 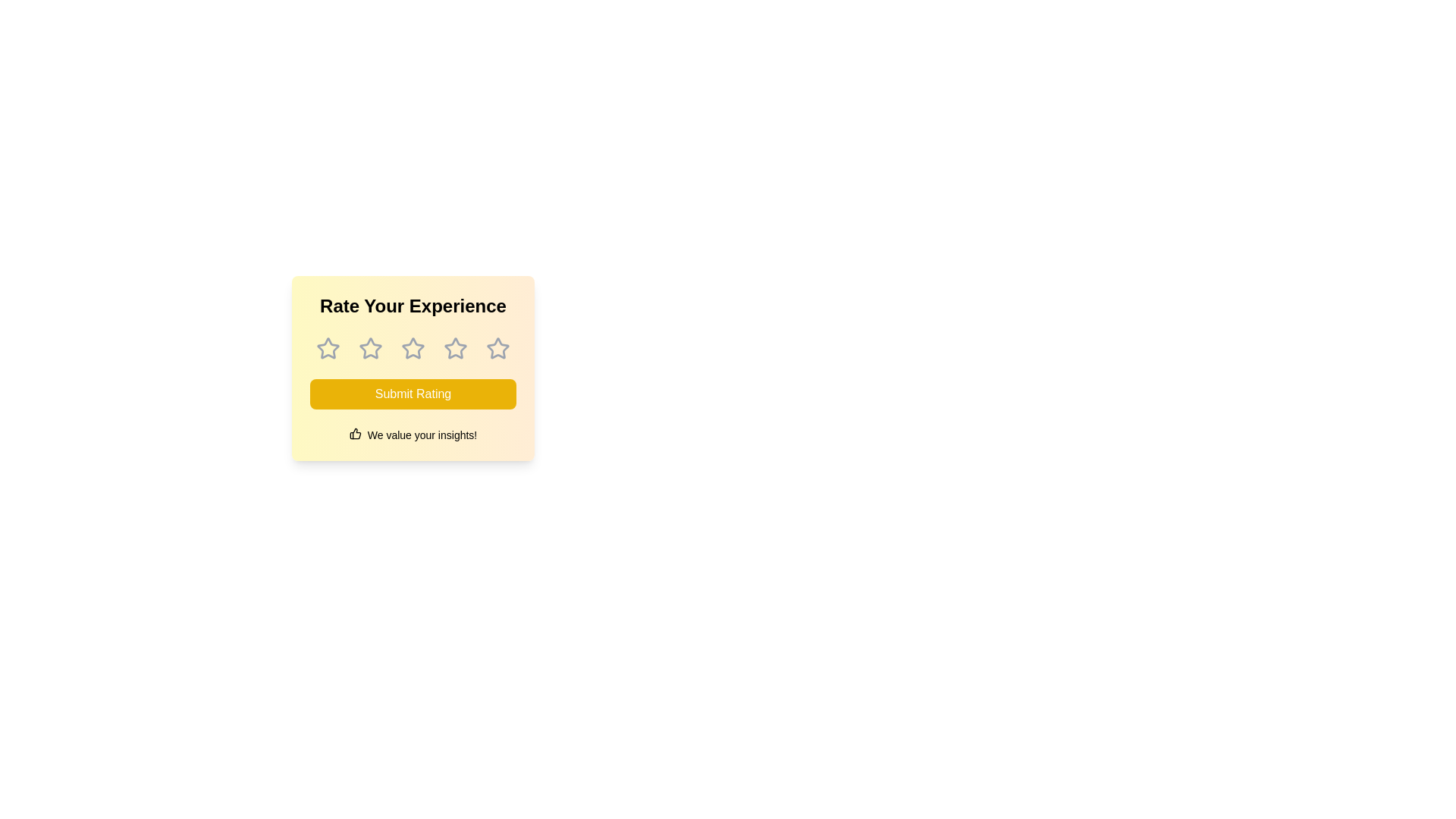 What do you see at coordinates (327, 348) in the screenshot?
I see `the first hollow star icon used for rating purposes` at bounding box center [327, 348].